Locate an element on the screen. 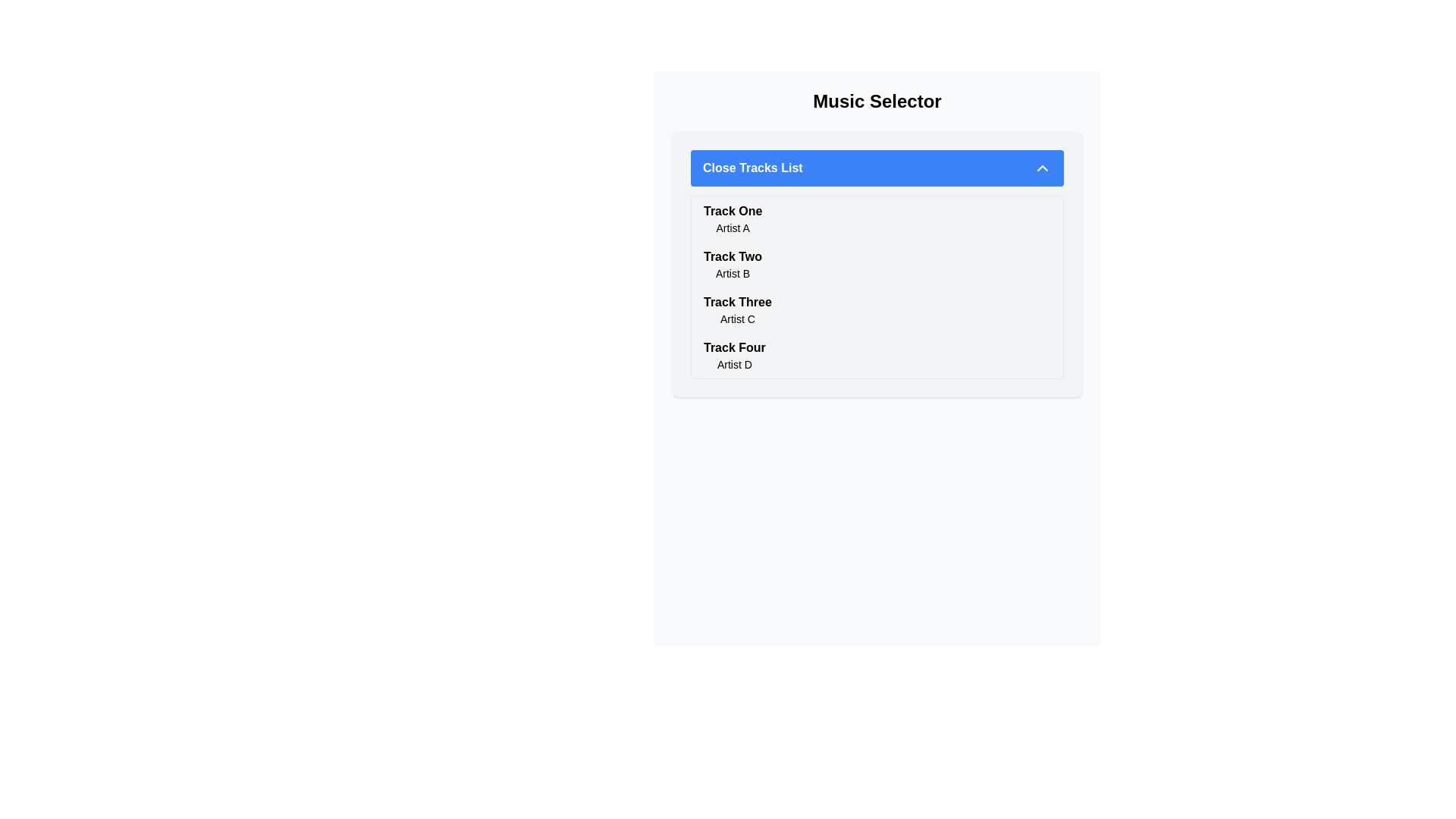 This screenshot has width=1456, height=819. or highlight the text element displaying 'Track Two', which is the title for the second track in the list, located above 'Artist B' and below 'Track One' is located at coordinates (733, 256).